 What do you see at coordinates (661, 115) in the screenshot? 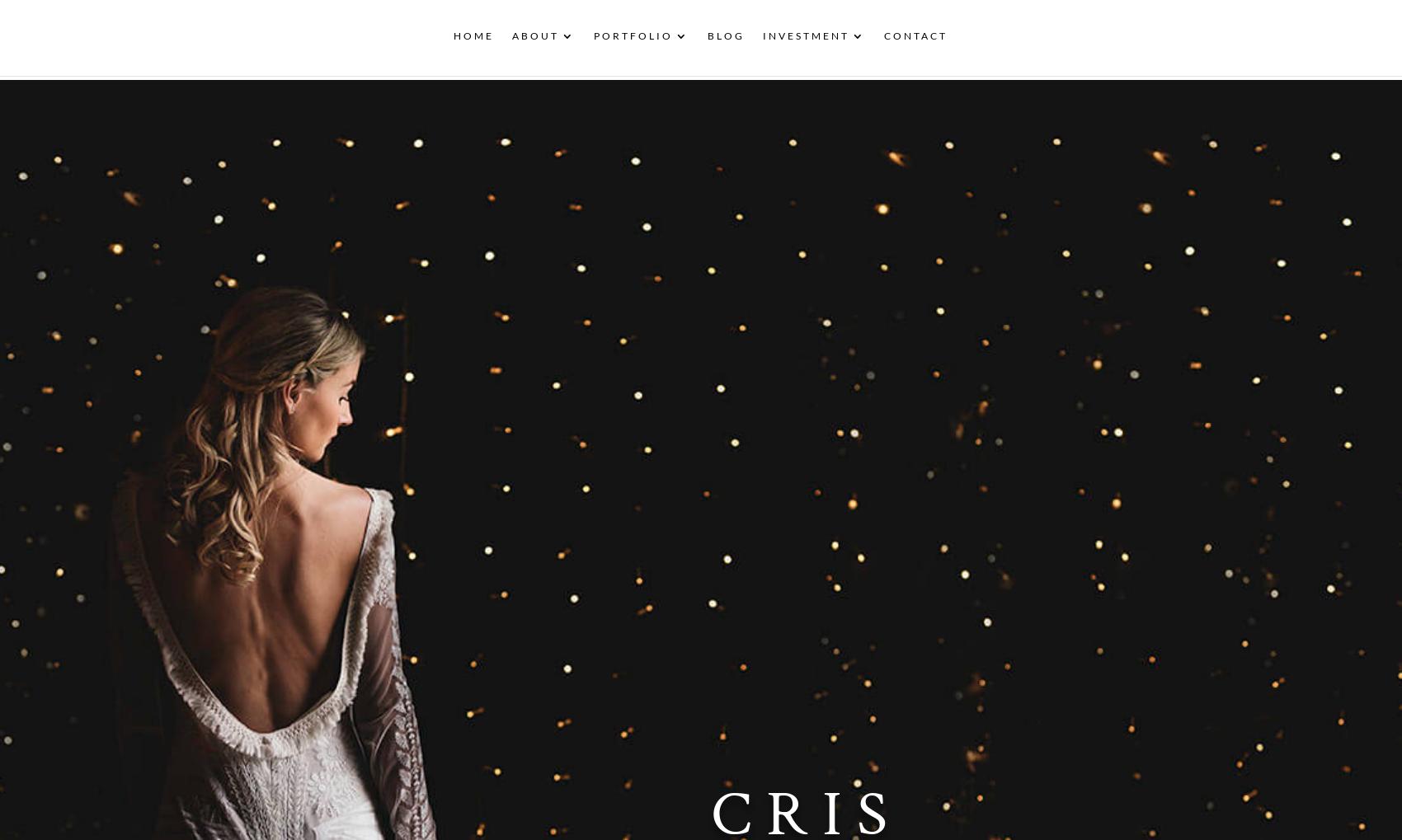
I see `'The Bride'` at bounding box center [661, 115].